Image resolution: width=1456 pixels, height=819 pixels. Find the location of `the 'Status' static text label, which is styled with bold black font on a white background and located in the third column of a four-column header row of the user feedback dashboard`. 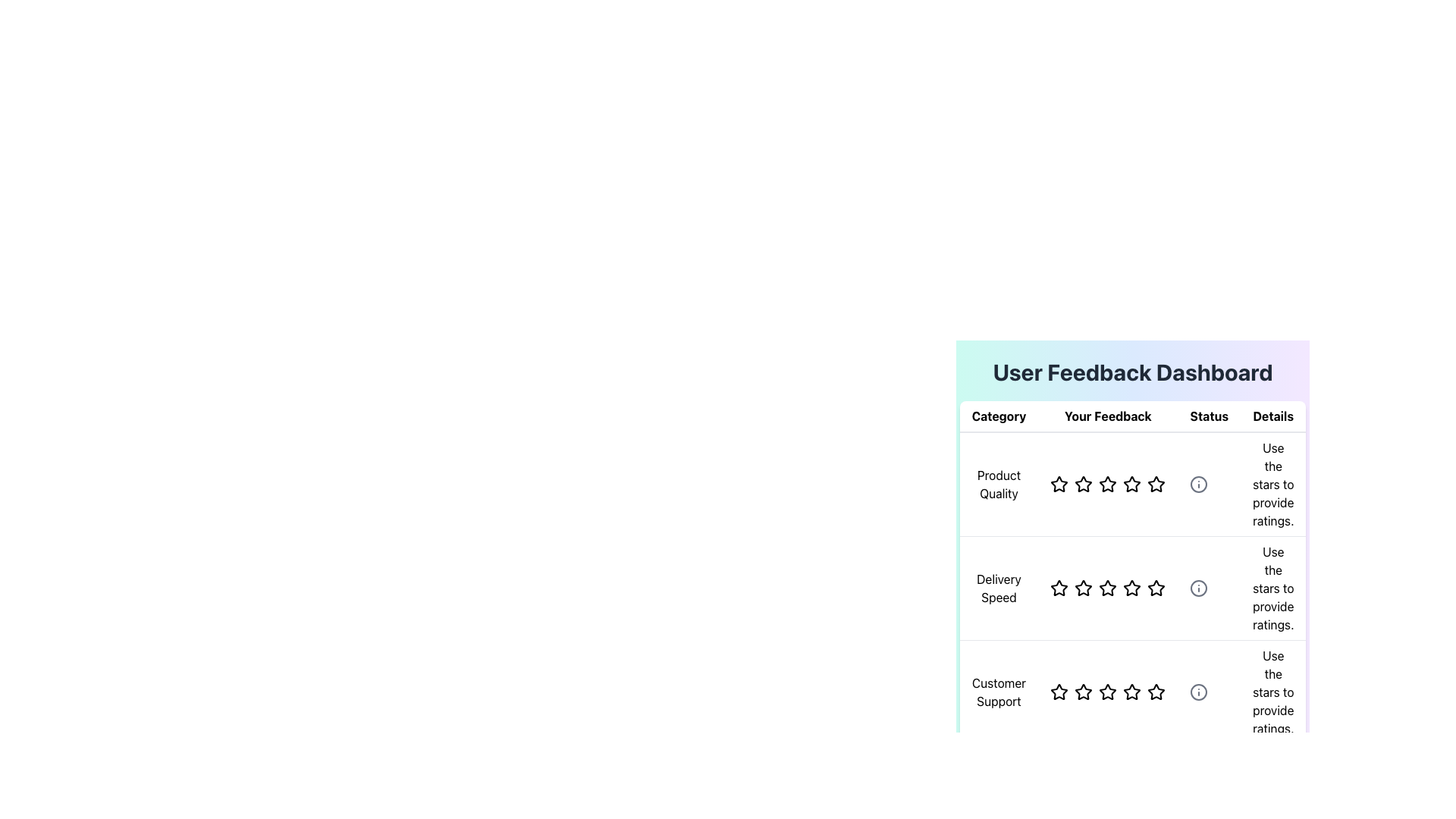

the 'Status' static text label, which is styled with bold black font on a white background and located in the third column of a four-column header row of the user feedback dashboard is located at coordinates (1208, 416).